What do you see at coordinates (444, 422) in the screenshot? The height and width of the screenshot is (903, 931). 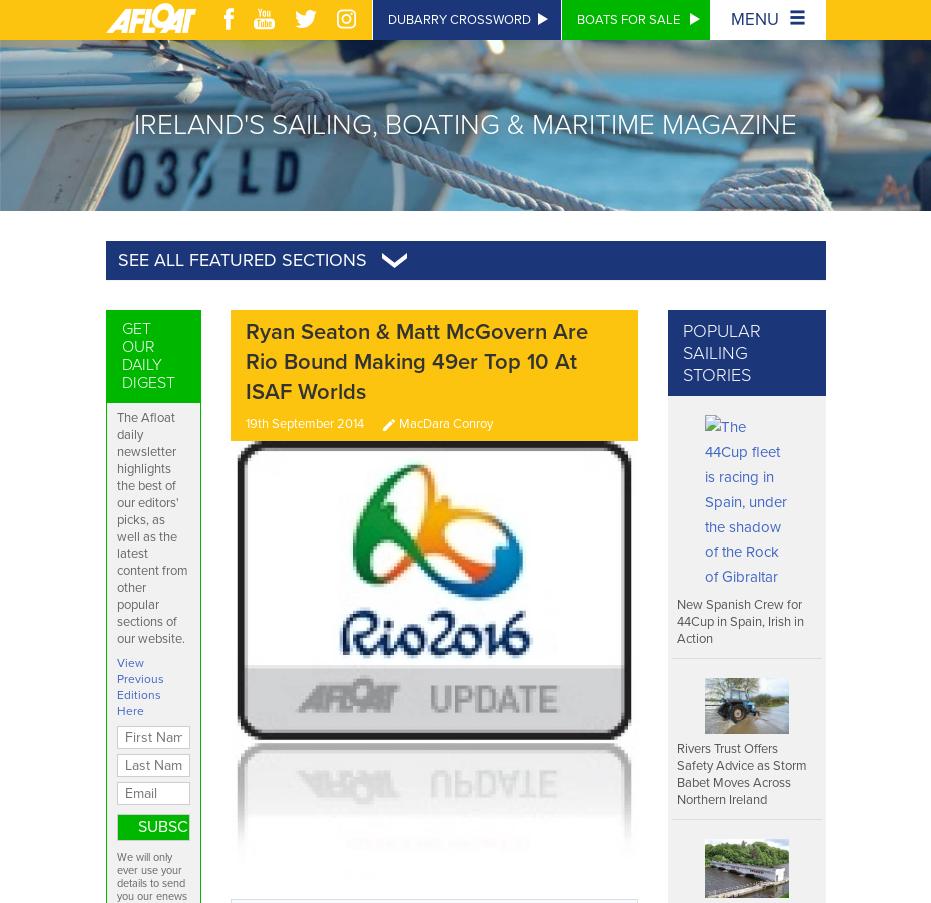 I see `'MacDara Conroy'` at bounding box center [444, 422].